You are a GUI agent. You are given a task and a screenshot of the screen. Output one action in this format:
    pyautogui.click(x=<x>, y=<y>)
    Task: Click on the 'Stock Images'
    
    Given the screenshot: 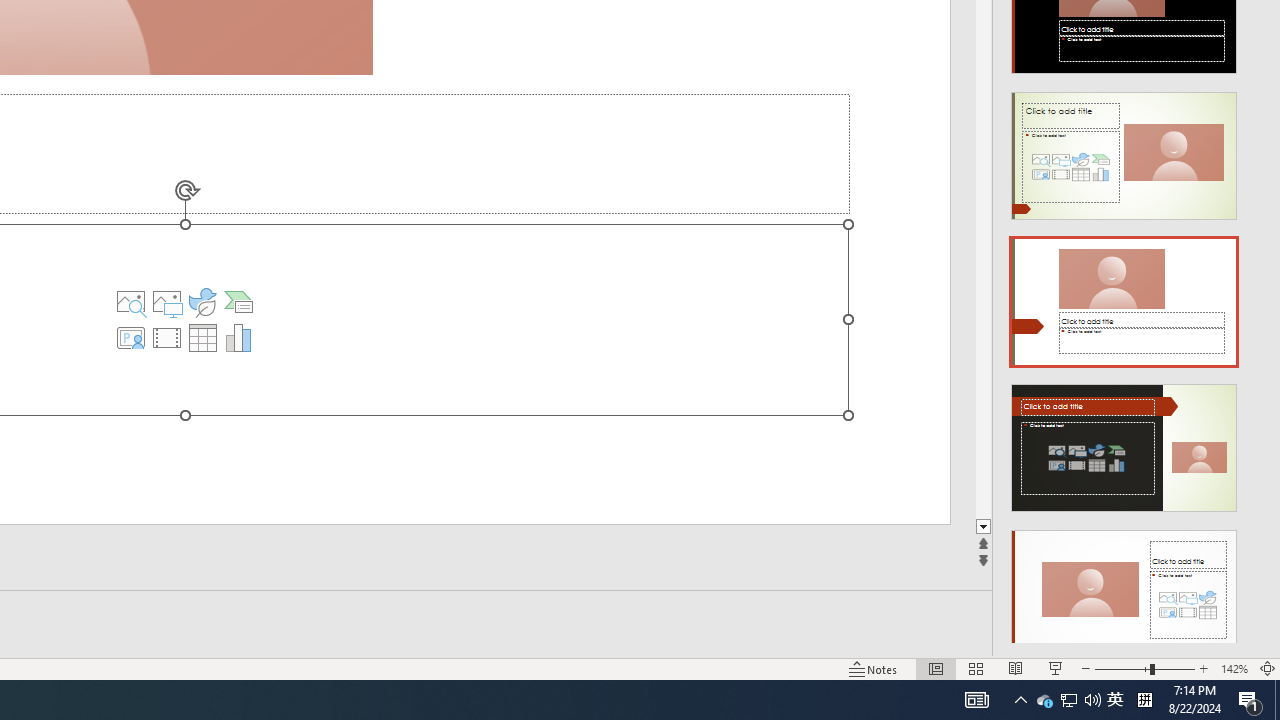 What is the action you would take?
    pyautogui.click(x=130, y=302)
    